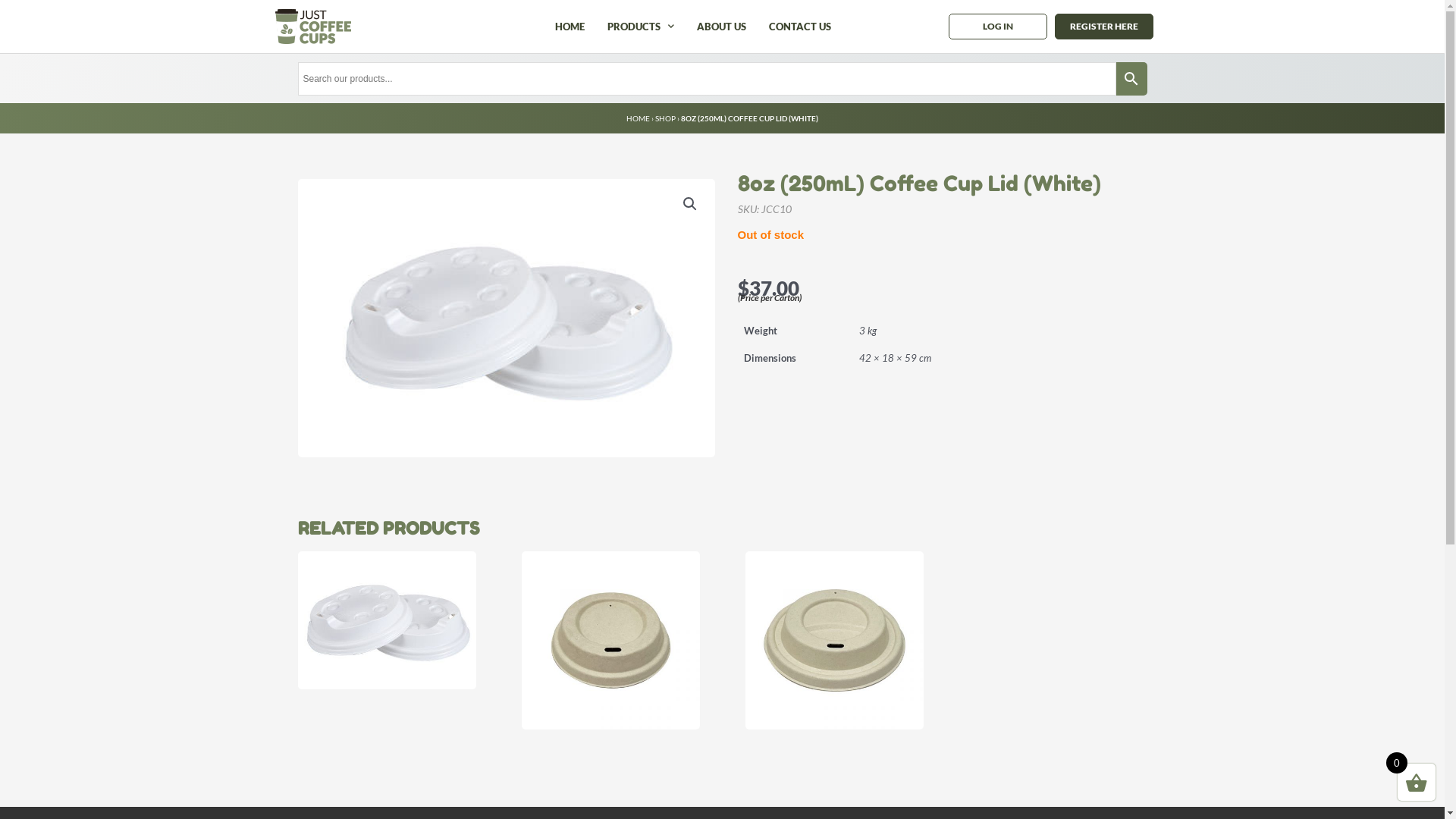 The height and width of the screenshot is (819, 1456). Describe the element at coordinates (1054, 26) in the screenshot. I see `'REGISTER HERE'` at that location.